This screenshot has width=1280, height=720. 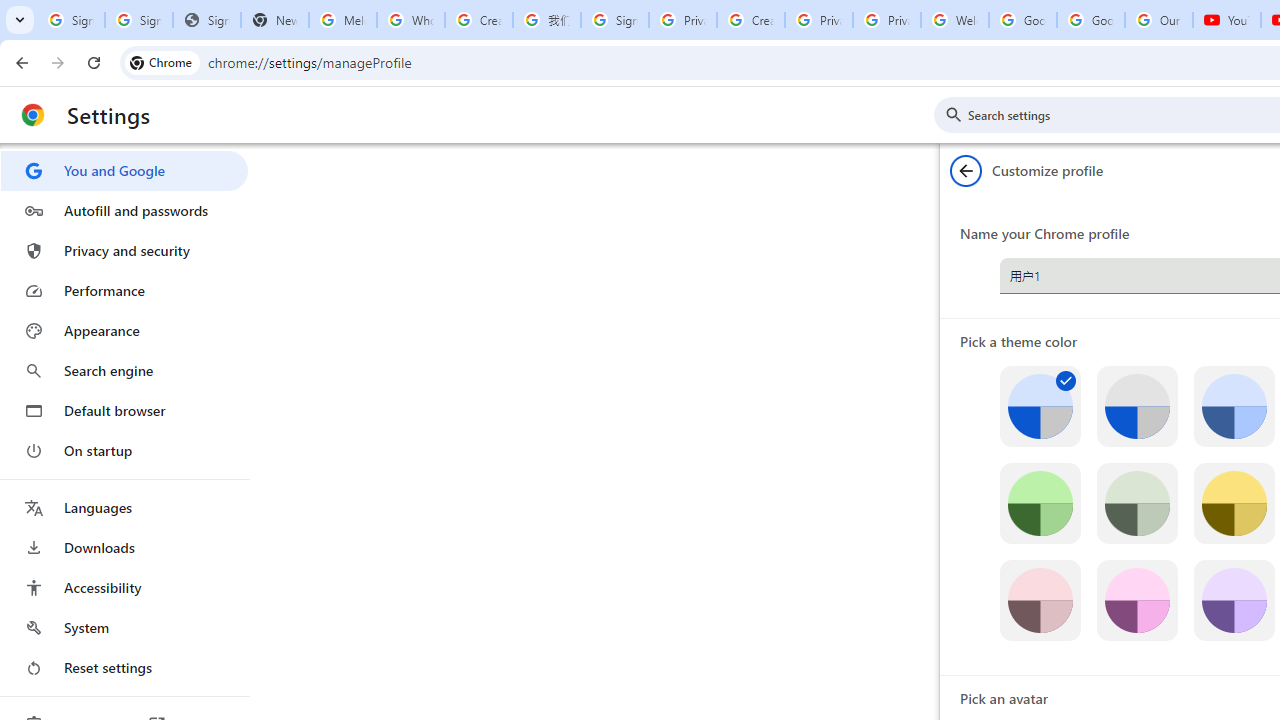 What do you see at coordinates (123, 586) in the screenshot?
I see `'Accessibility'` at bounding box center [123, 586].